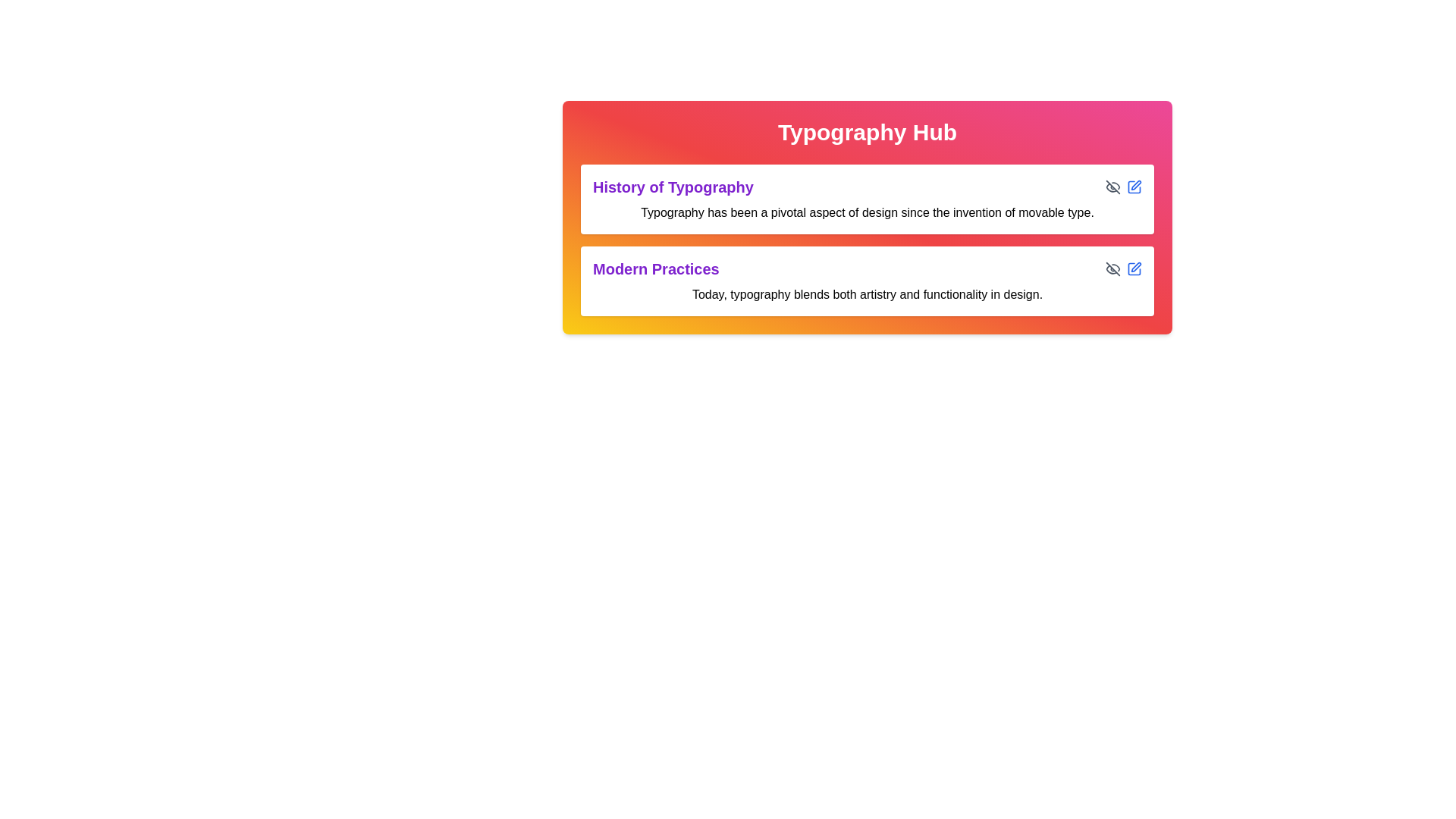 The width and height of the screenshot is (1456, 819). What do you see at coordinates (1113, 186) in the screenshot?
I see `the 'eye-off' icon button in the lower row of the vertical list` at bounding box center [1113, 186].